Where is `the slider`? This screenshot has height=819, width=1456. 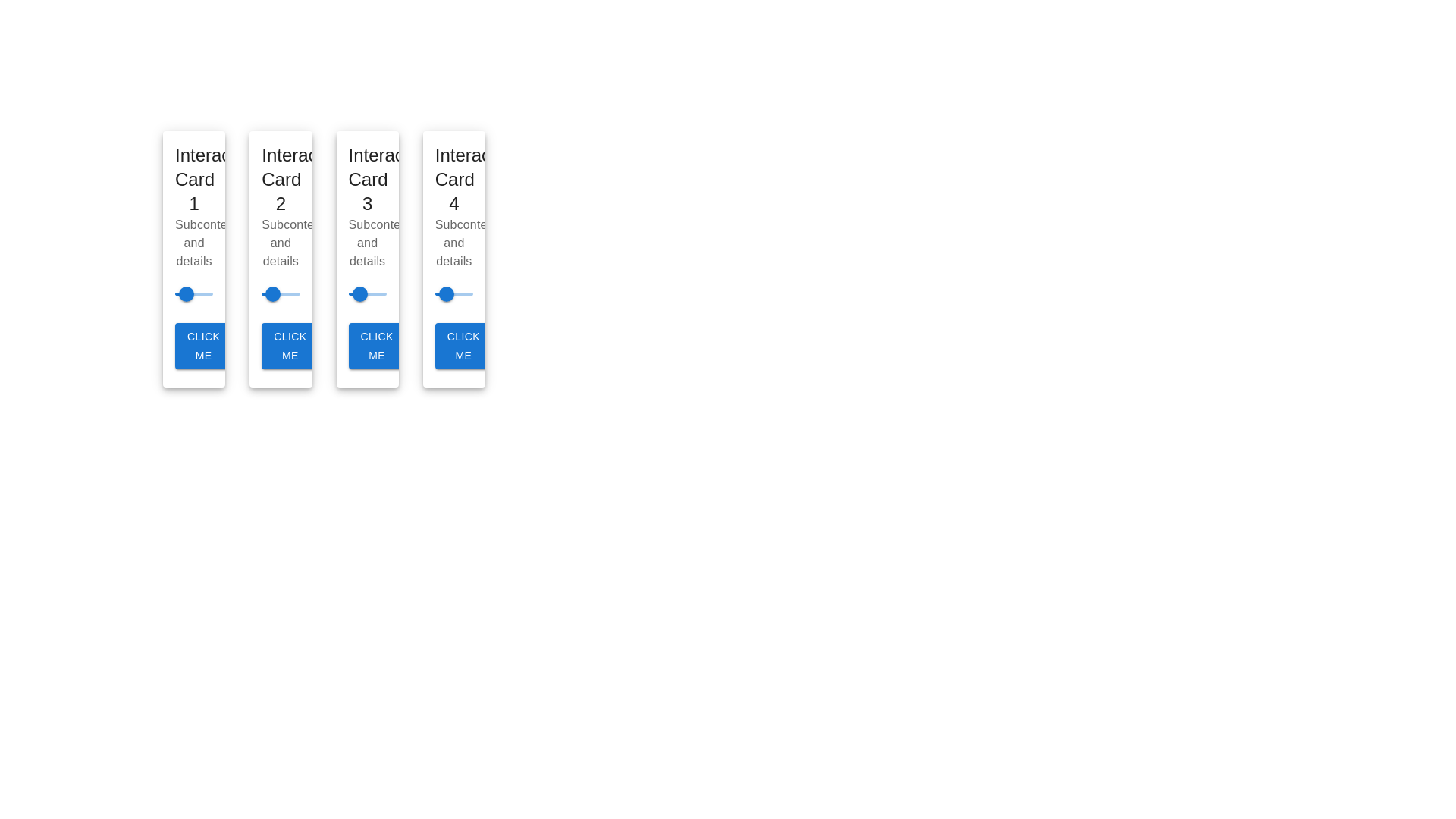
the slider is located at coordinates (273, 294).